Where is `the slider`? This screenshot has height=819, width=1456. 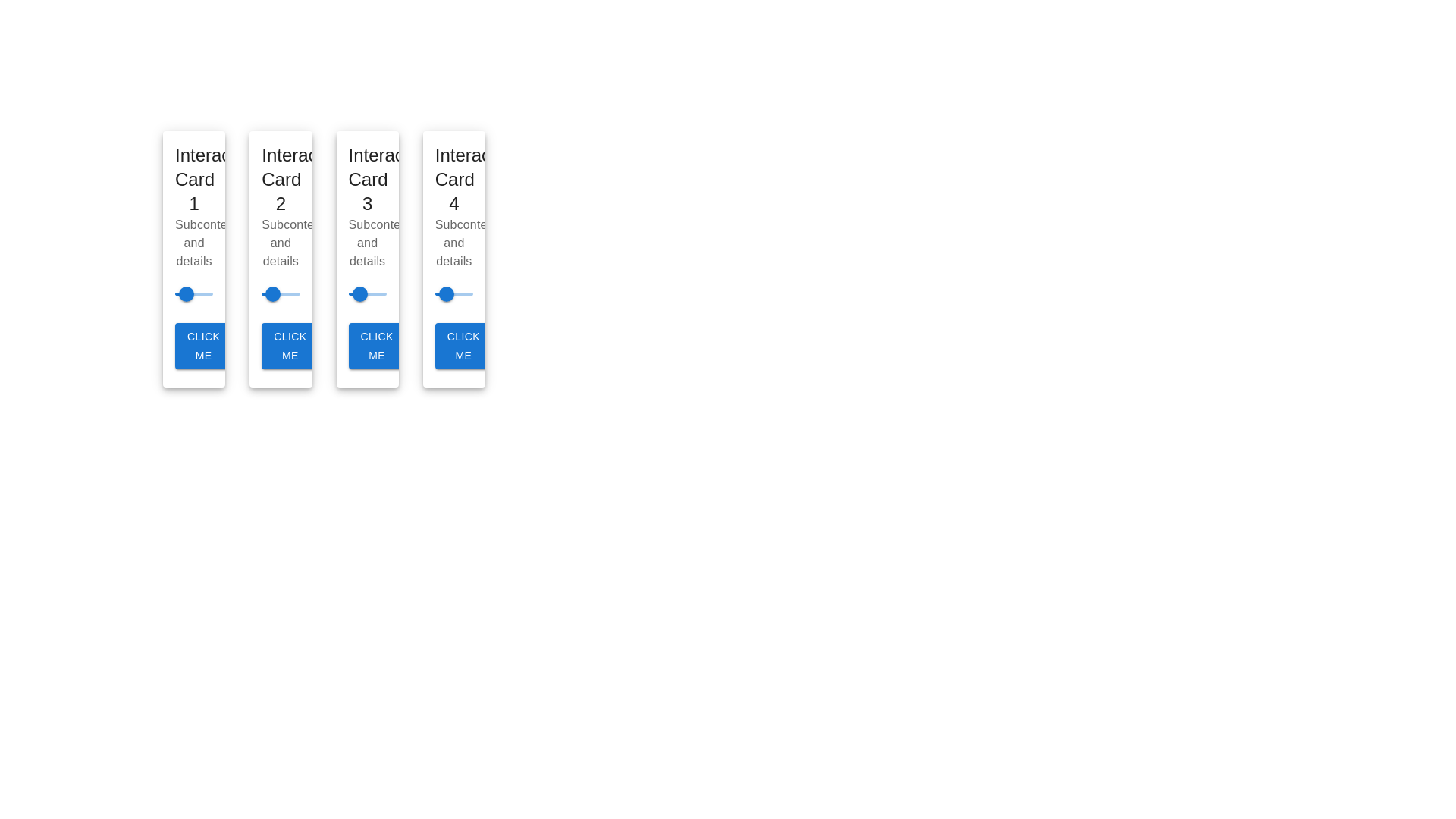
the slider is located at coordinates (273, 294).